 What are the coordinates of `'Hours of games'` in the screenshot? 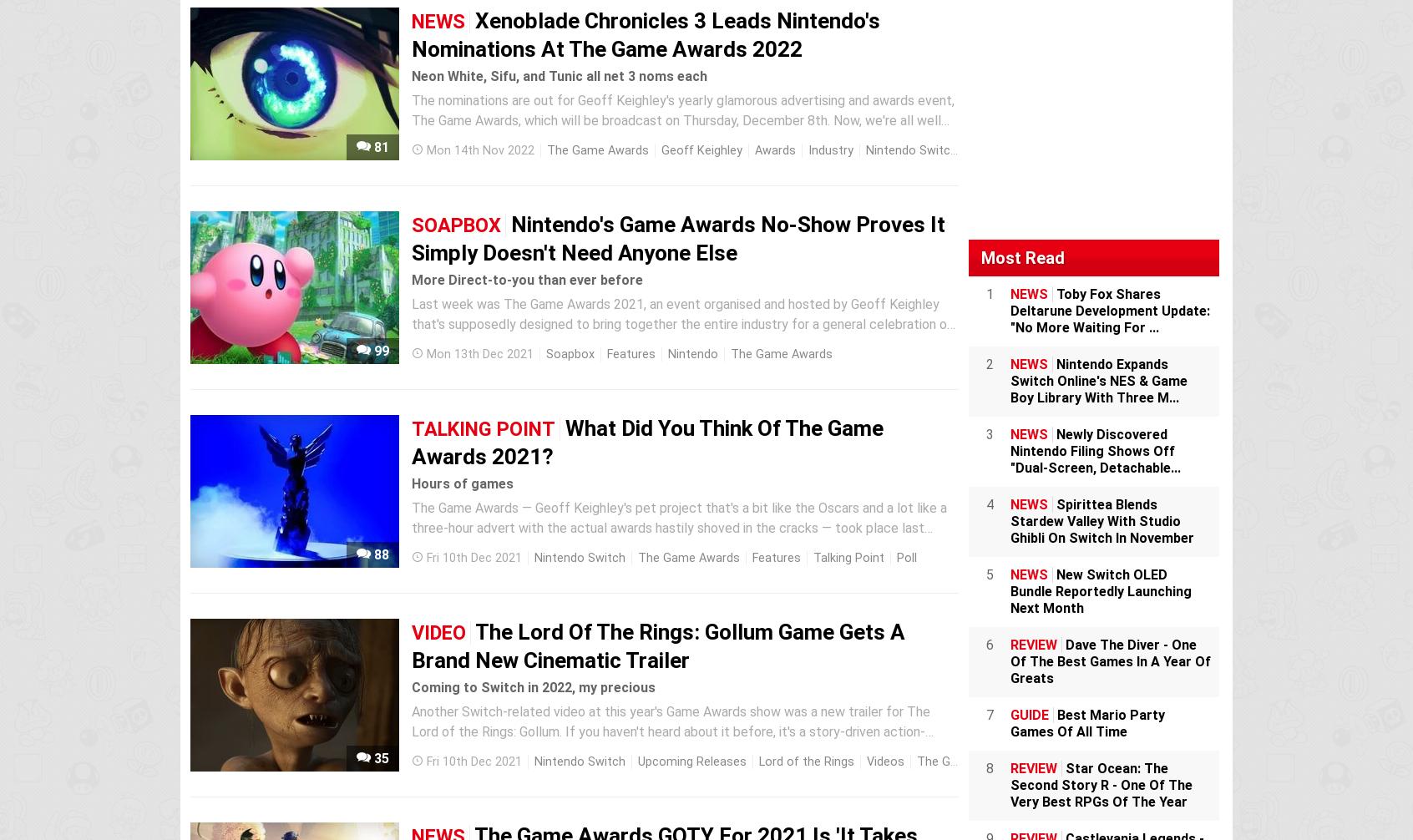 It's located at (462, 483).